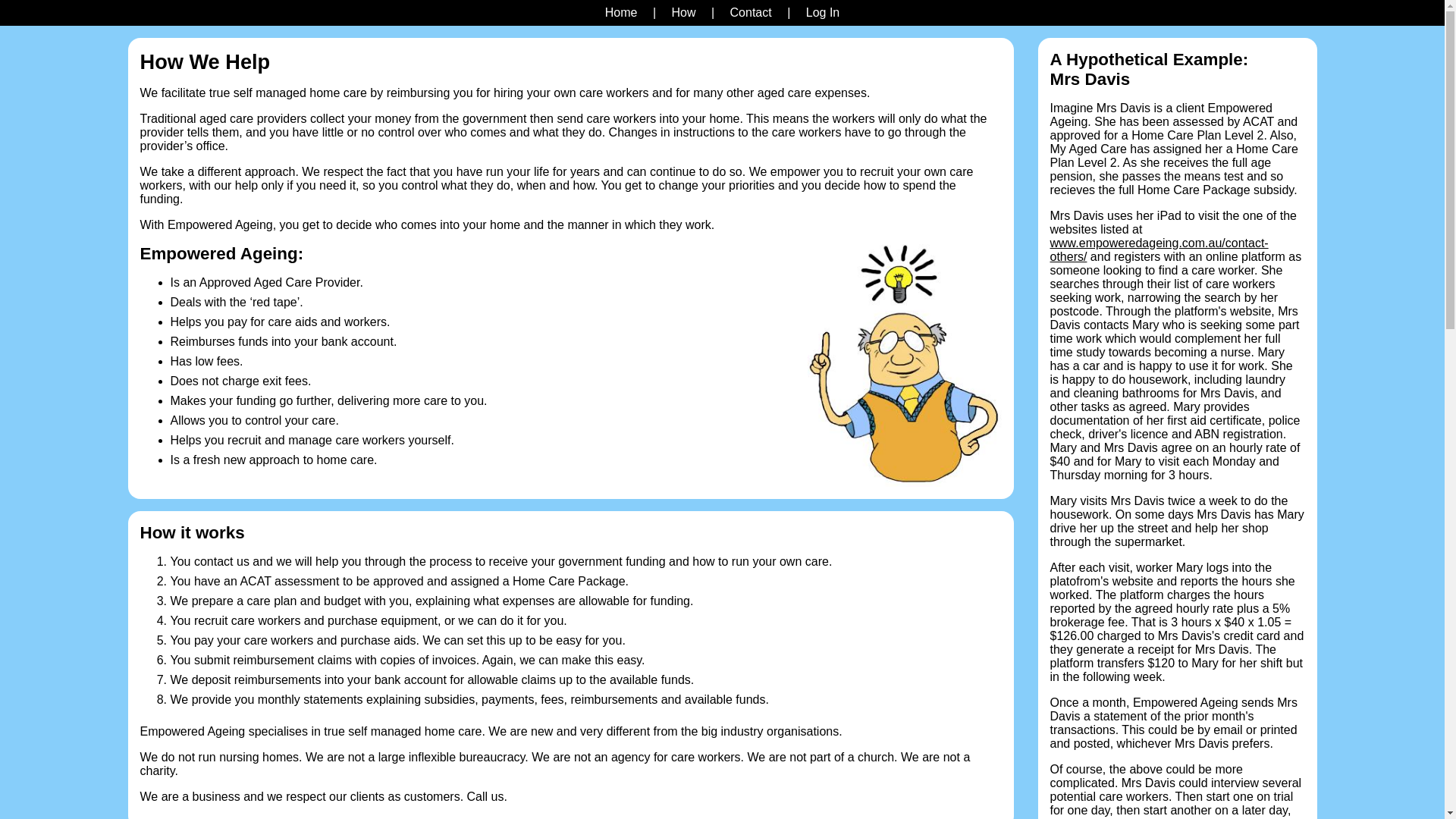  I want to click on 'Log In', so click(821, 12).